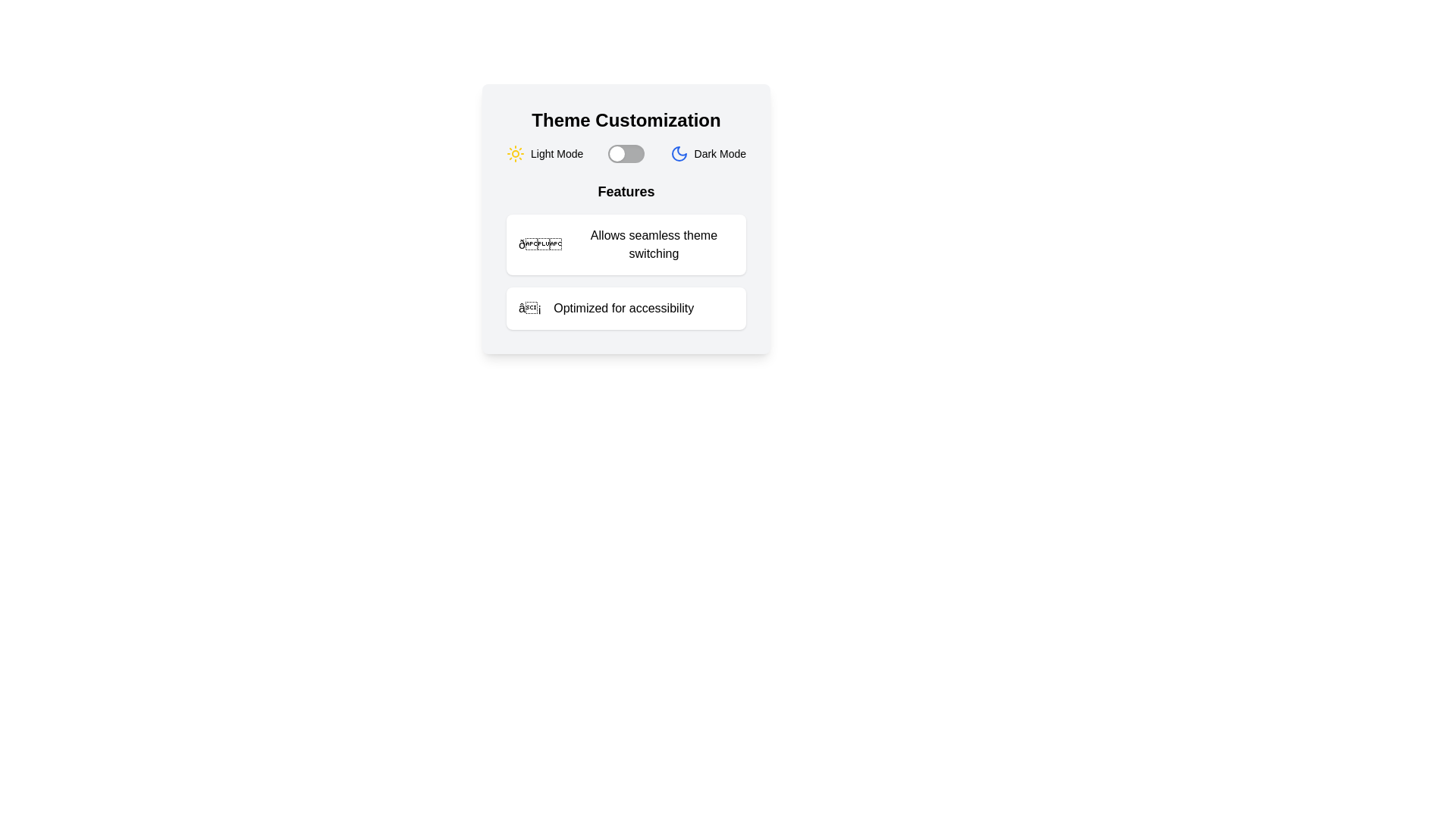 The height and width of the screenshot is (819, 1456). I want to click on text label displaying 'Light Mode' which is positioned within the 'Theme Customization' section, located between a yellow sun icon and a toggle switch, so click(556, 154).